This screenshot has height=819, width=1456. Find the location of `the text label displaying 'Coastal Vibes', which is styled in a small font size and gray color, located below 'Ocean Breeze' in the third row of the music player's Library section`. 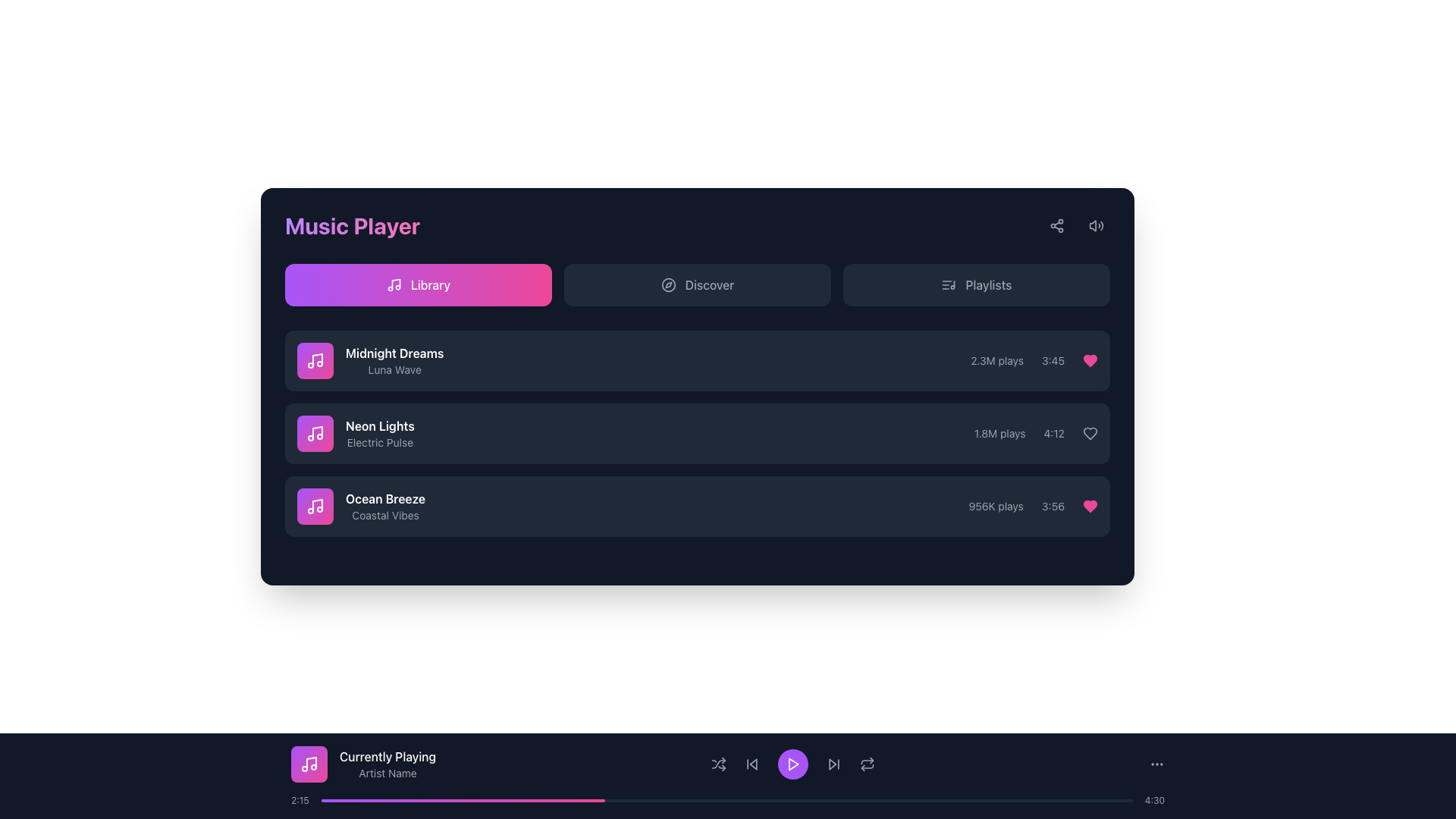

the text label displaying 'Coastal Vibes', which is styled in a small font size and gray color, located below 'Ocean Breeze' in the third row of the music player's Library section is located at coordinates (385, 514).